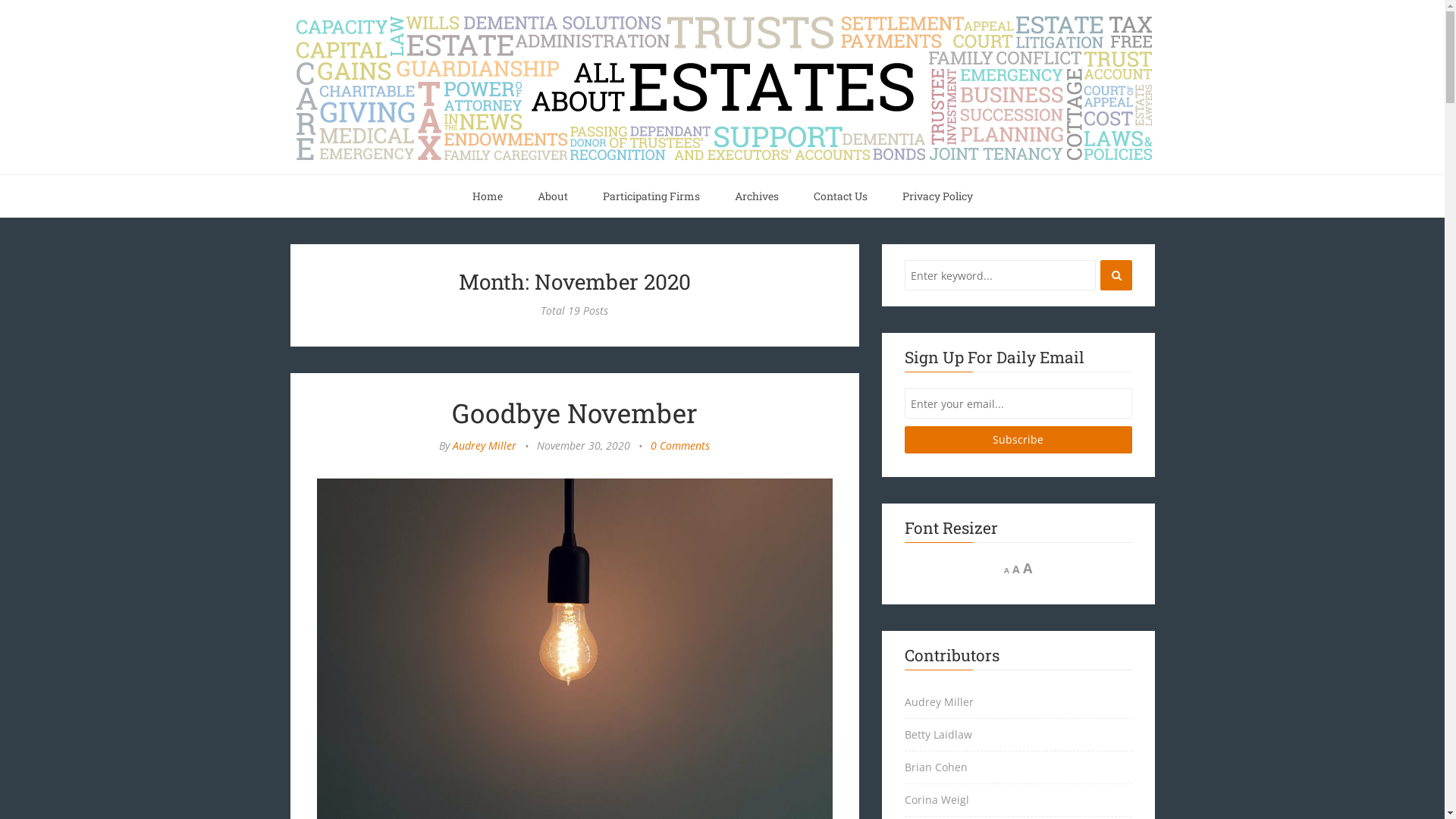  I want to click on 'Participating Firms', so click(651, 195).